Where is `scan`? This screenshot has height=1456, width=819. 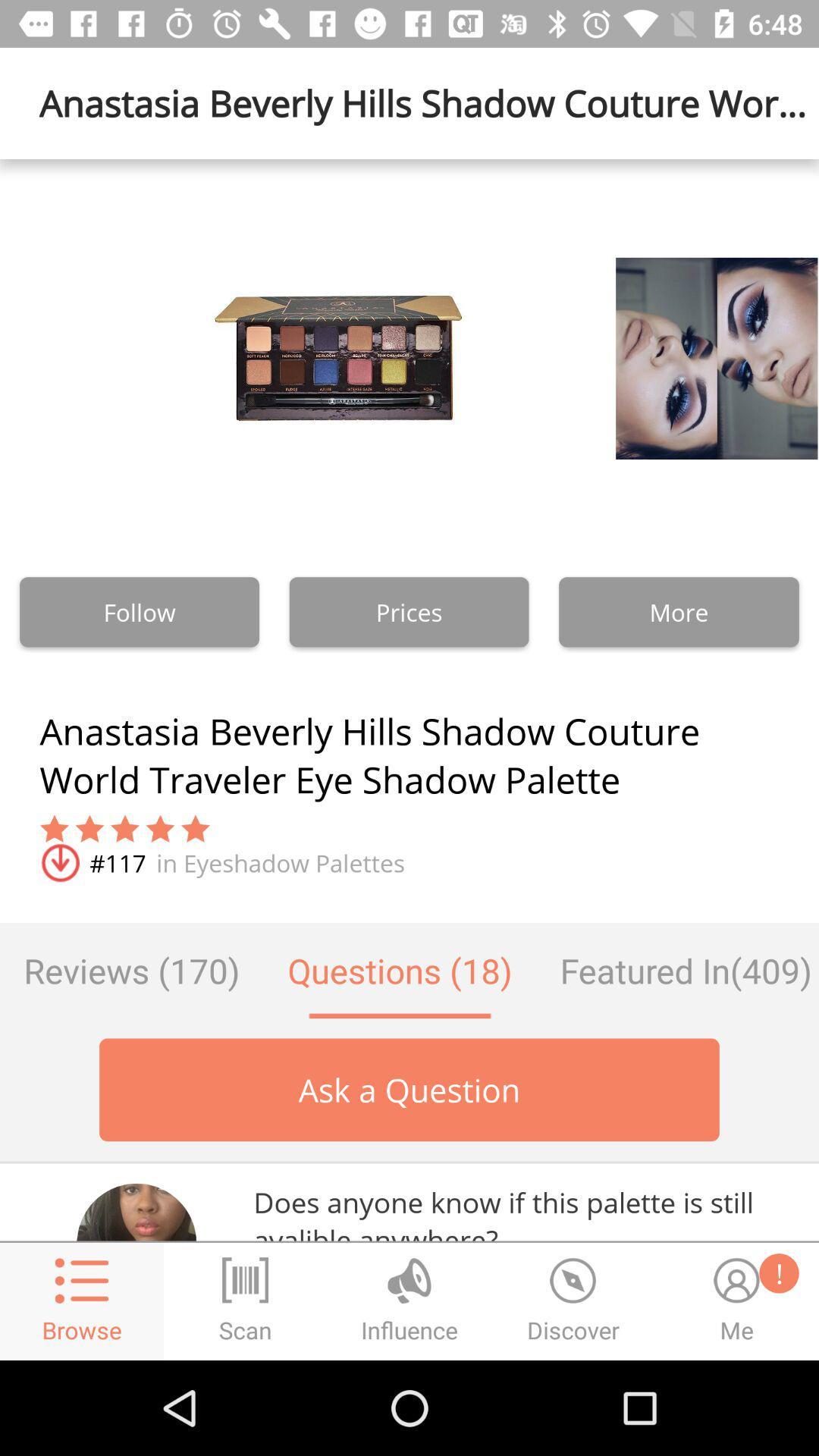
scan is located at coordinates (245, 1301).